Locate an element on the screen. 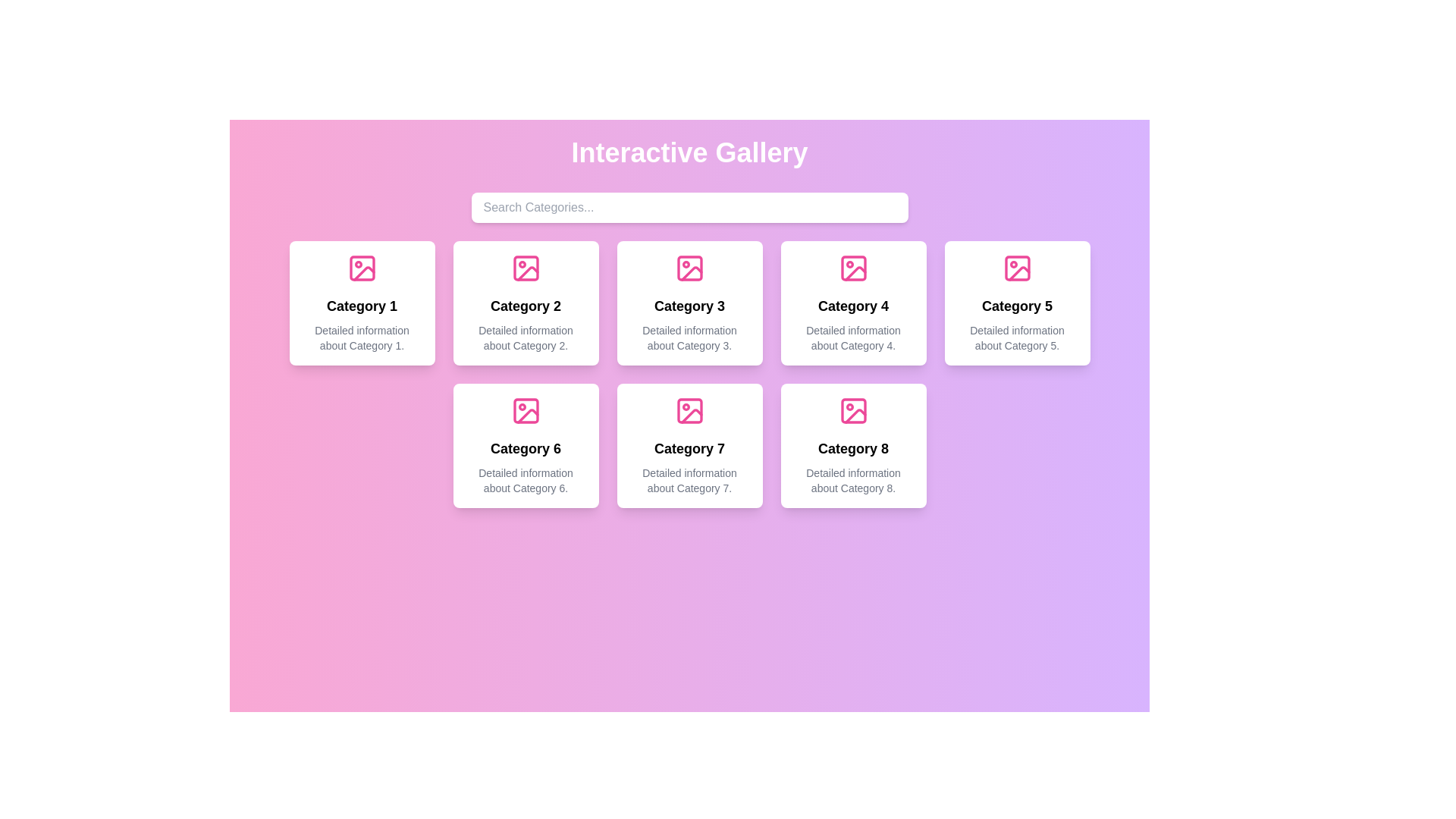 This screenshot has width=1456, height=819. the icon or decorative shape located within the fourth category card titled 'Category 4', which is positioned in the second row and fourth column of the grid layout is located at coordinates (853, 268).